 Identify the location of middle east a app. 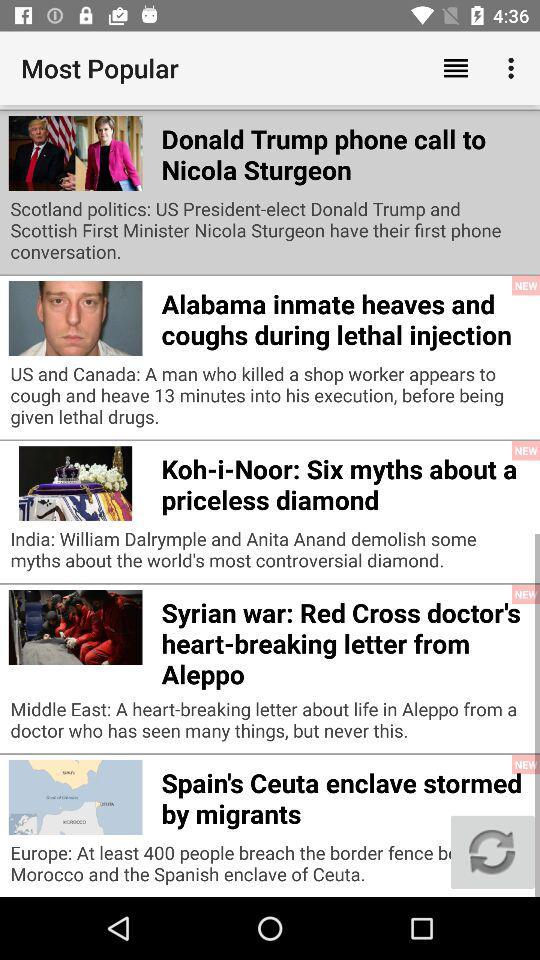
(270, 724).